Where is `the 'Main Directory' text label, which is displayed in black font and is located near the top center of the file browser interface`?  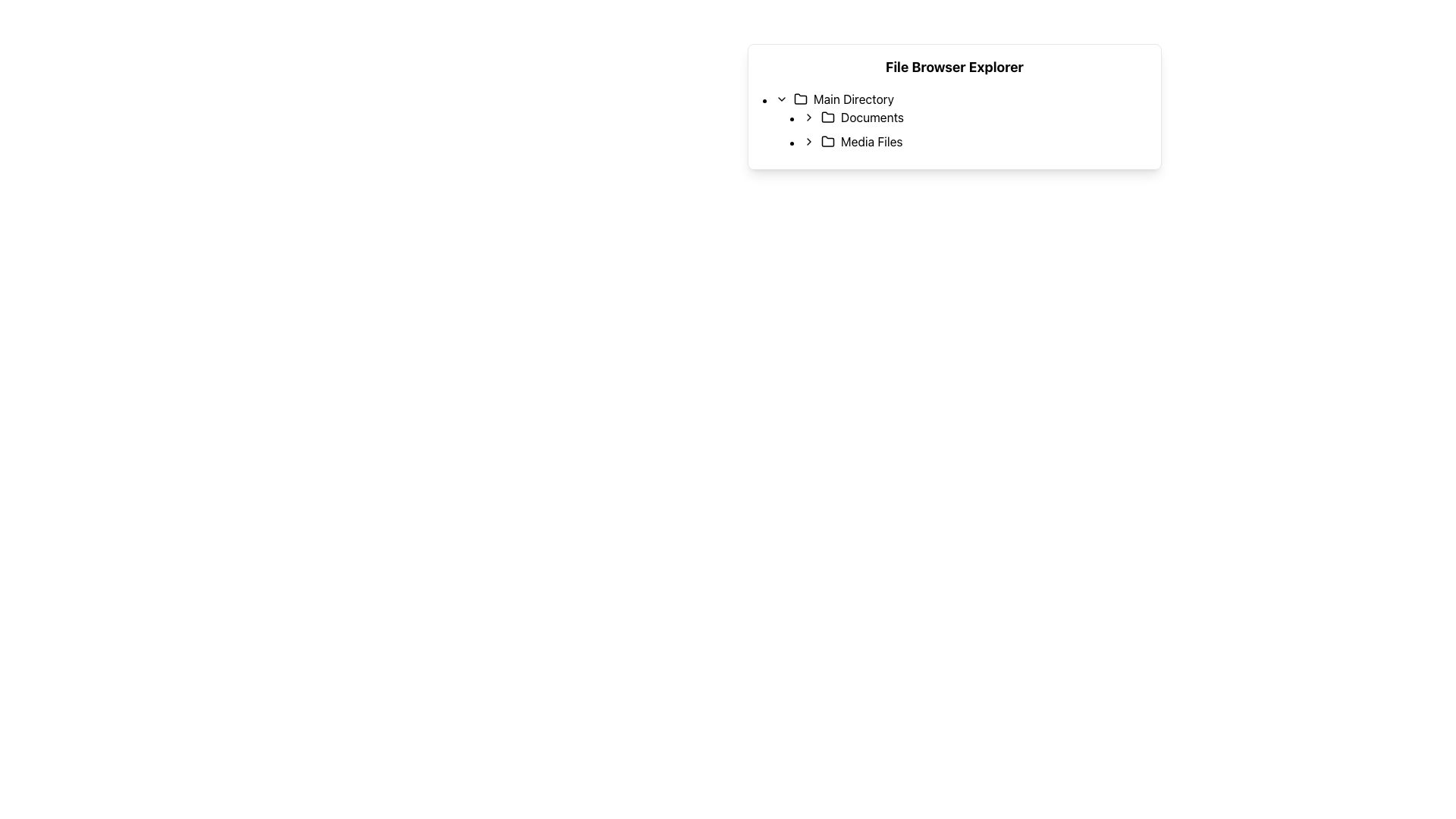 the 'Main Directory' text label, which is displayed in black font and is located near the top center of the file browser interface is located at coordinates (853, 99).